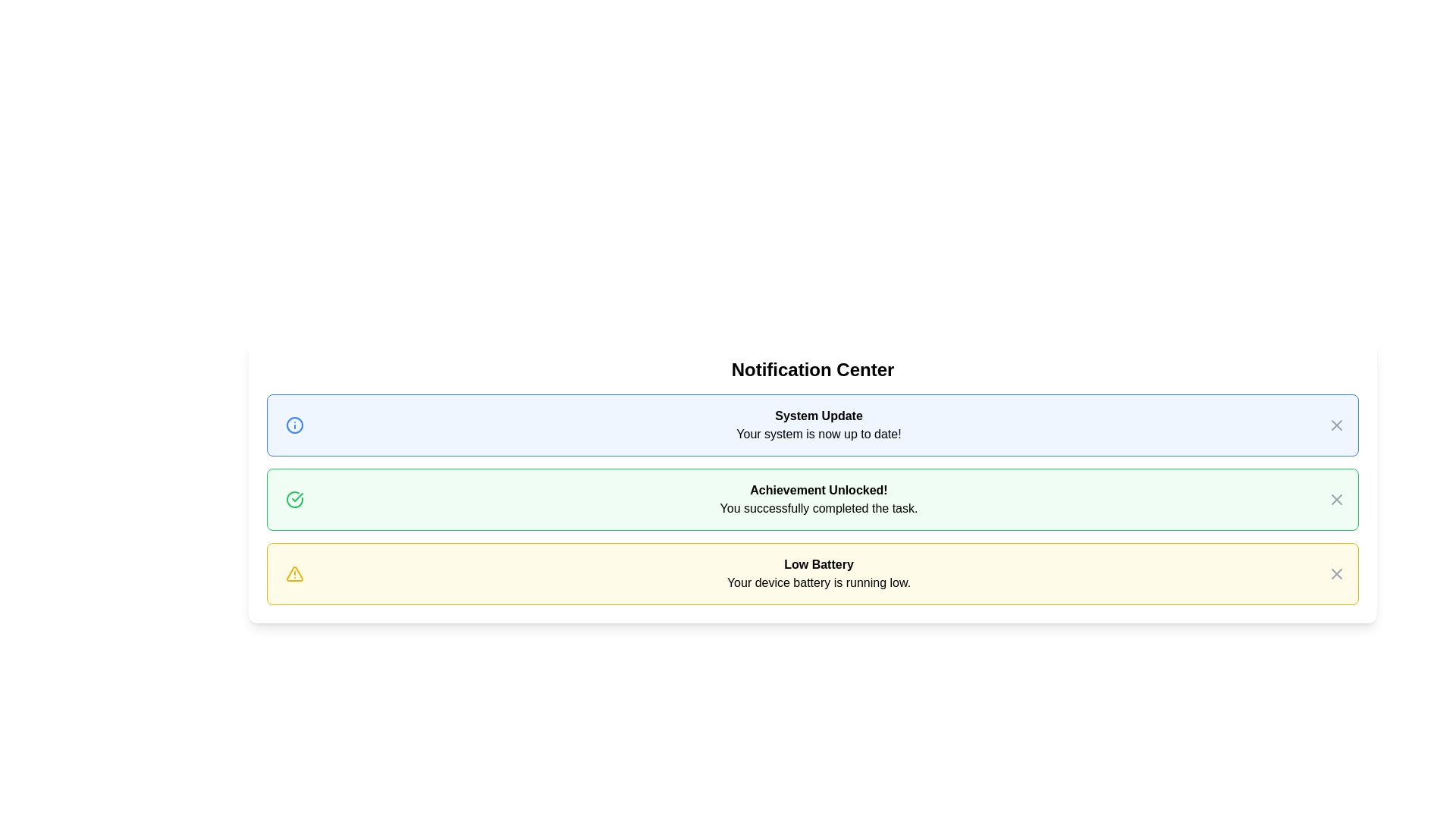  Describe the element at coordinates (294, 500) in the screenshot. I see `the visual representation of notification type success` at that location.